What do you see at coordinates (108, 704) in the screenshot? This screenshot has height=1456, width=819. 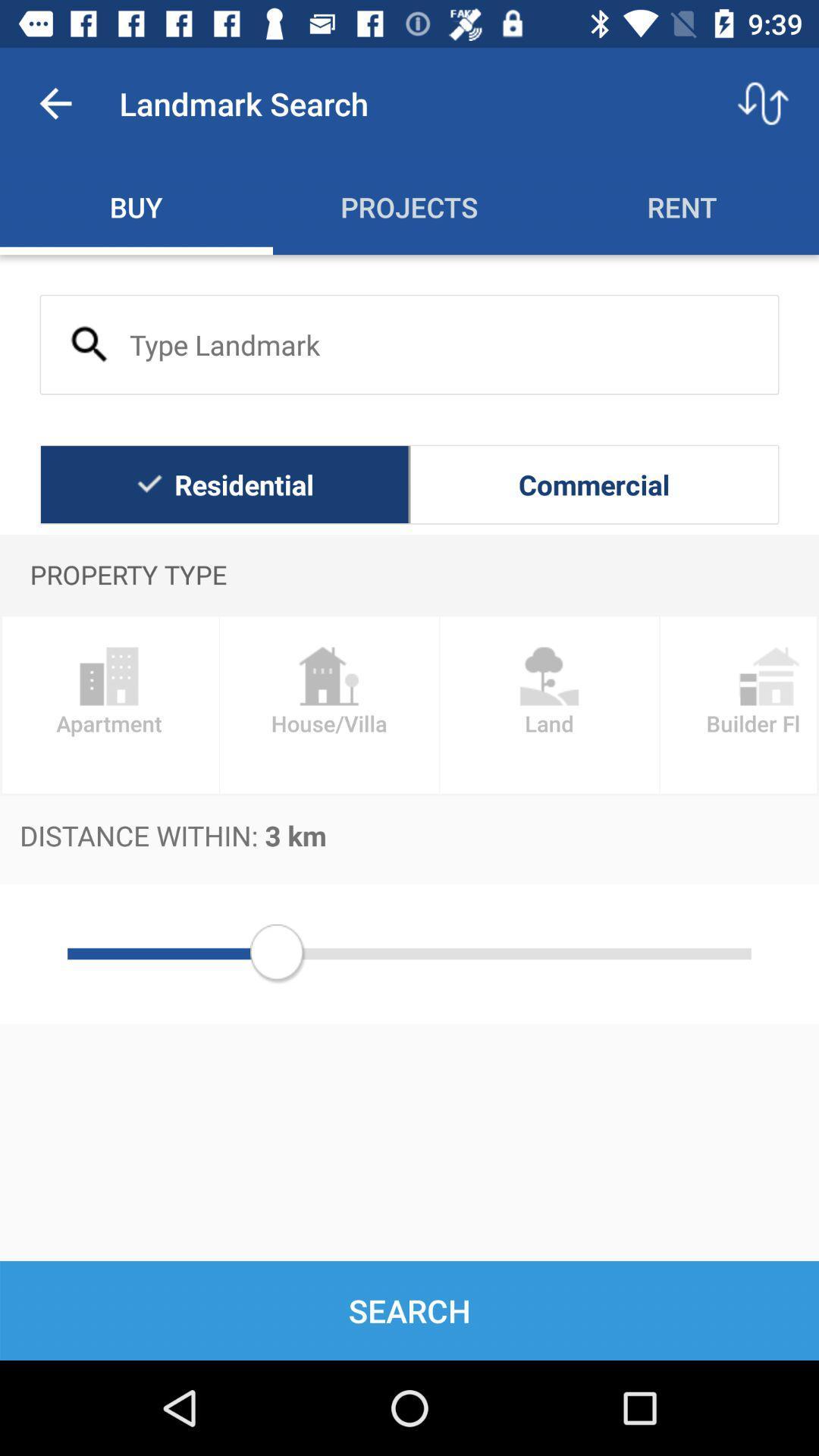 I see `the item above the distance within 3 icon` at bounding box center [108, 704].